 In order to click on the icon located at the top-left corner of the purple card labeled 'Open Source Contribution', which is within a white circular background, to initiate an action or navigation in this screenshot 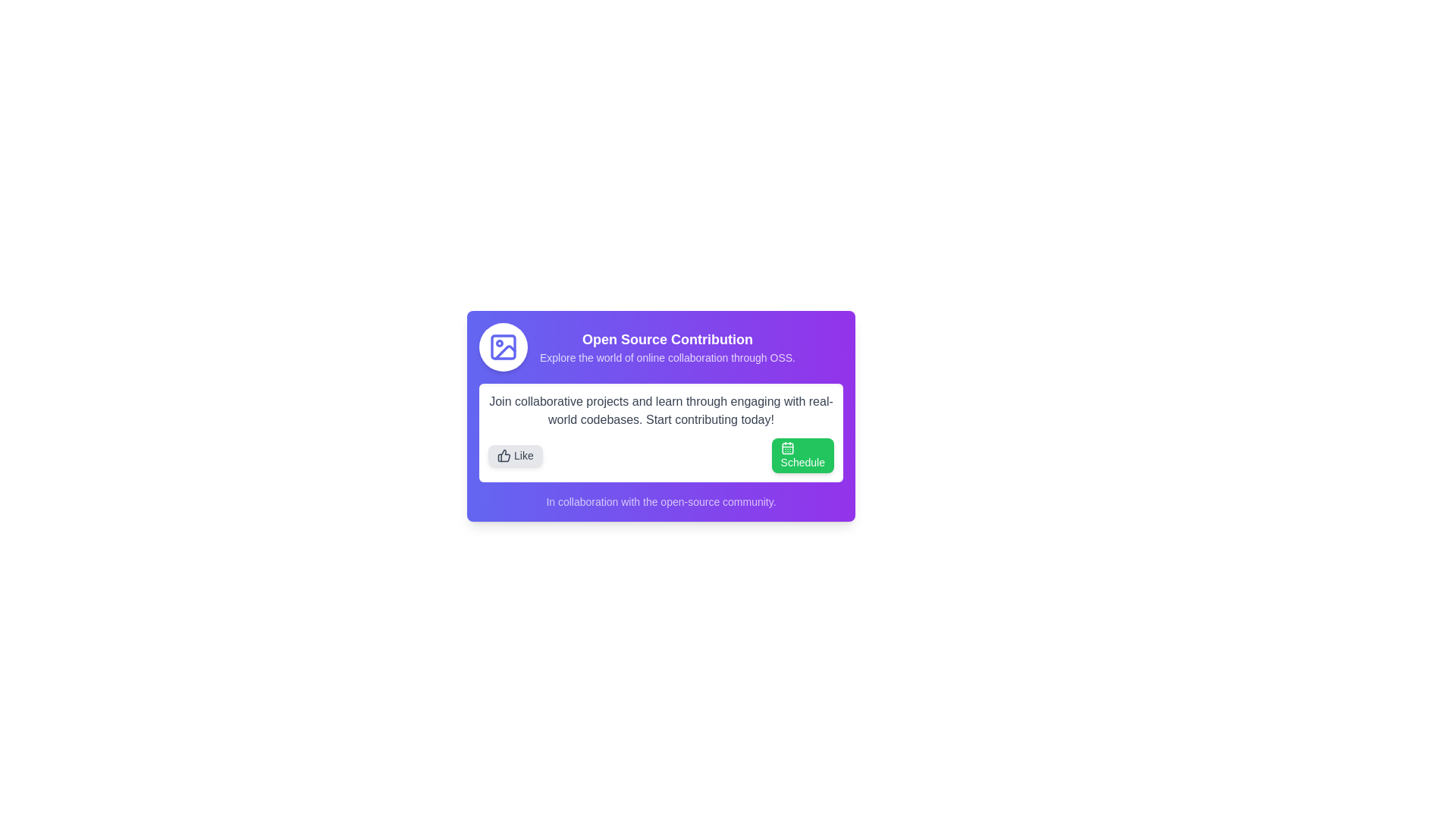, I will do `click(503, 347)`.